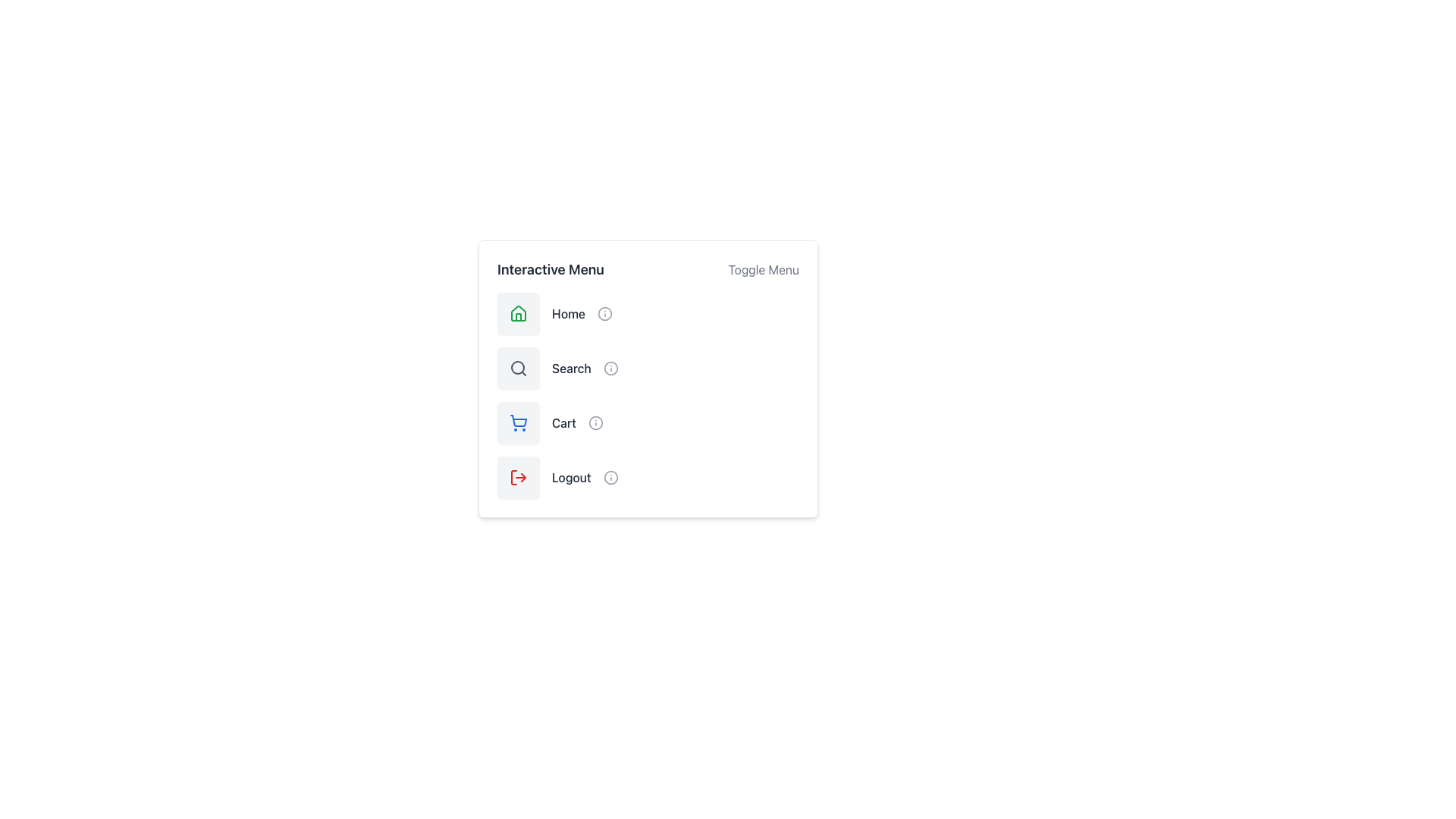 Image resolution: width=1456 pixels, height=819 pixels. What do you see at coordinates (523, 476) in the screenshot?
I see `the small, red triangular arrow pointing to the left, which is the second icon within the Logout button group, located to the right of the main text label` at bounding box center [523, 476].